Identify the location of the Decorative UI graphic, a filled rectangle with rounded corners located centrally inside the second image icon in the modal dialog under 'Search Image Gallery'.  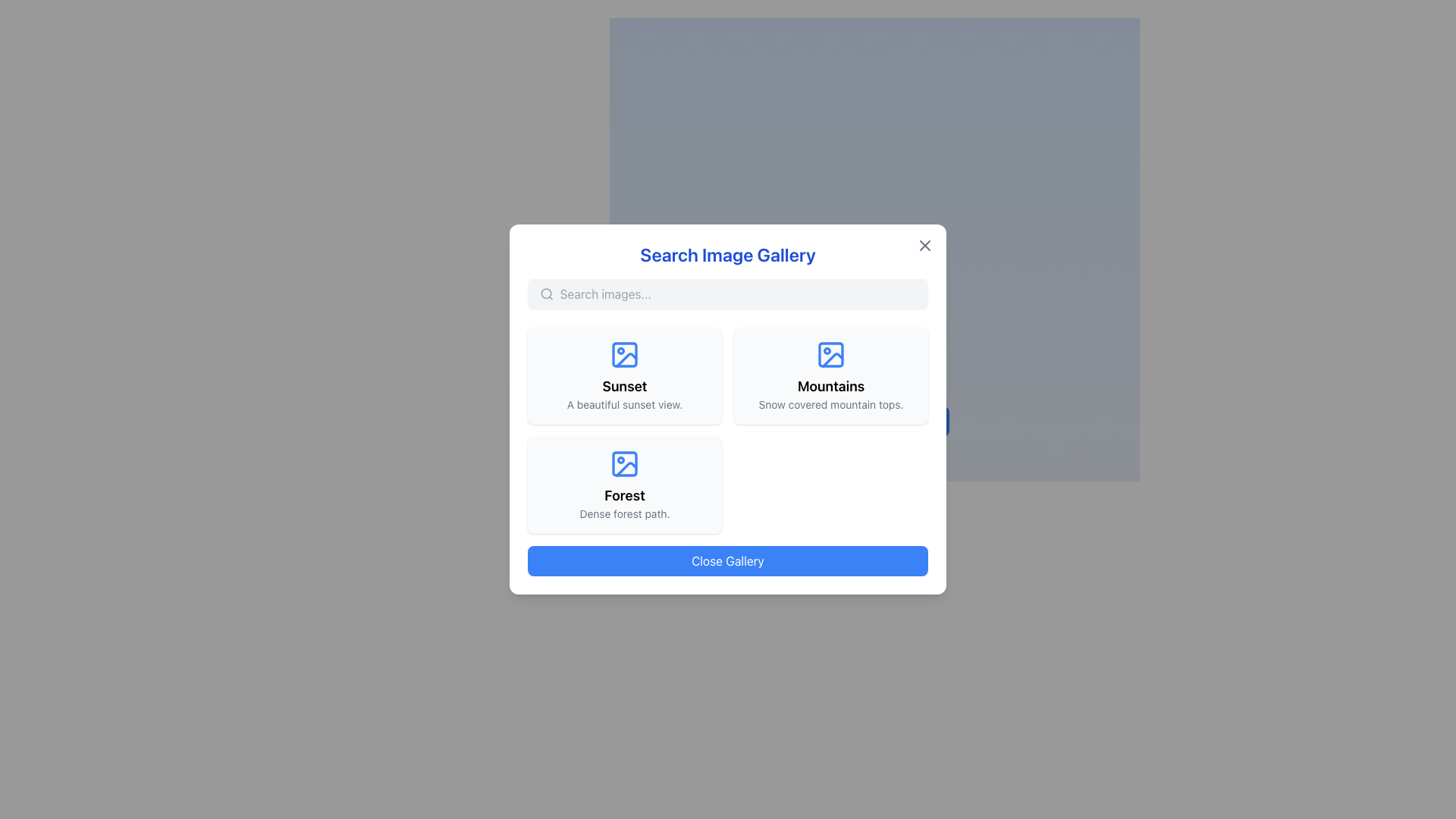
(830, 354).